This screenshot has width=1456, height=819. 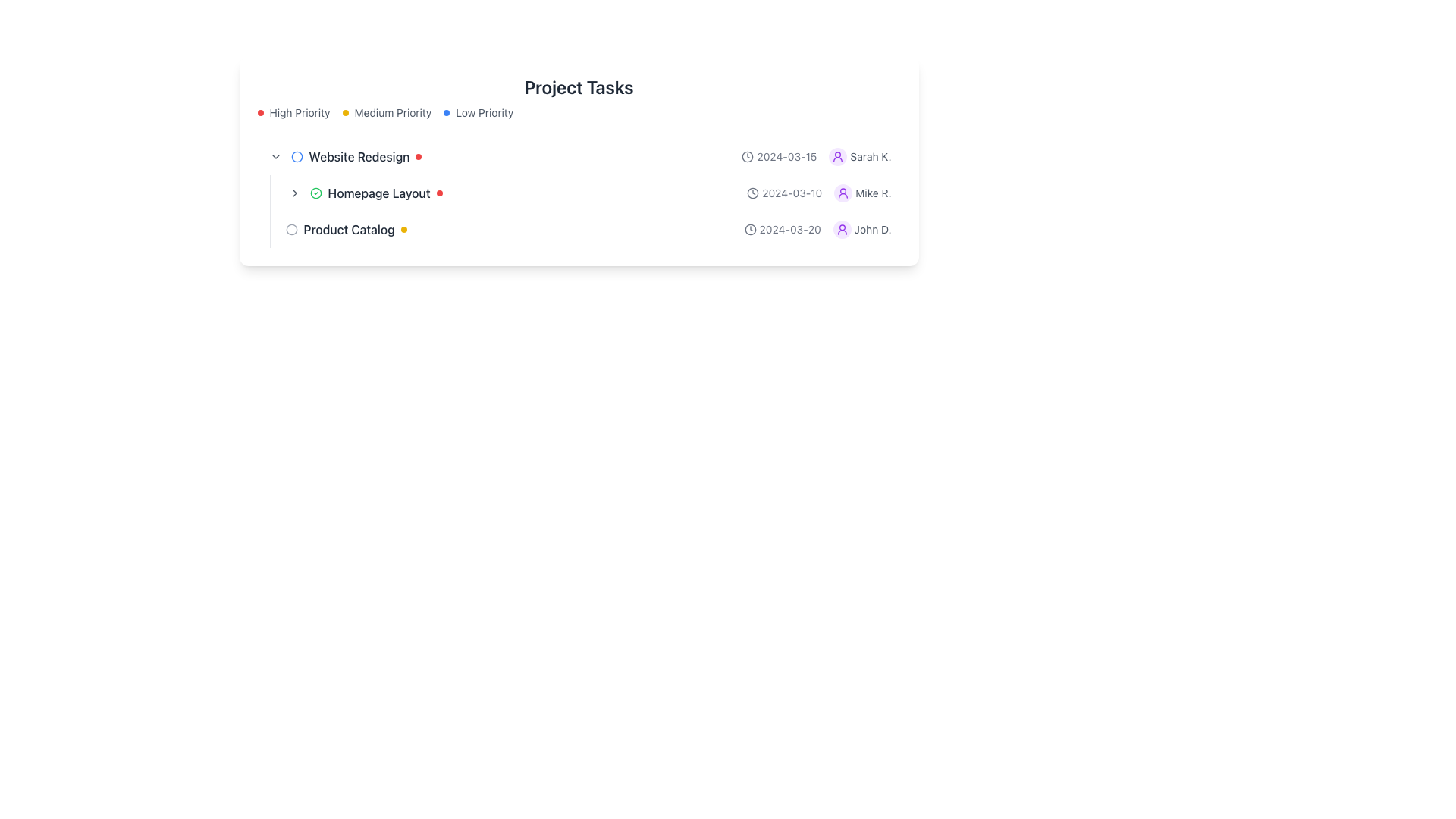 What do you see at coordinates (275, 157) in the screenshot?
I see `the downward-facing chevron icon next to the 'Website Redesign' text` at bounding box center [275, 157].